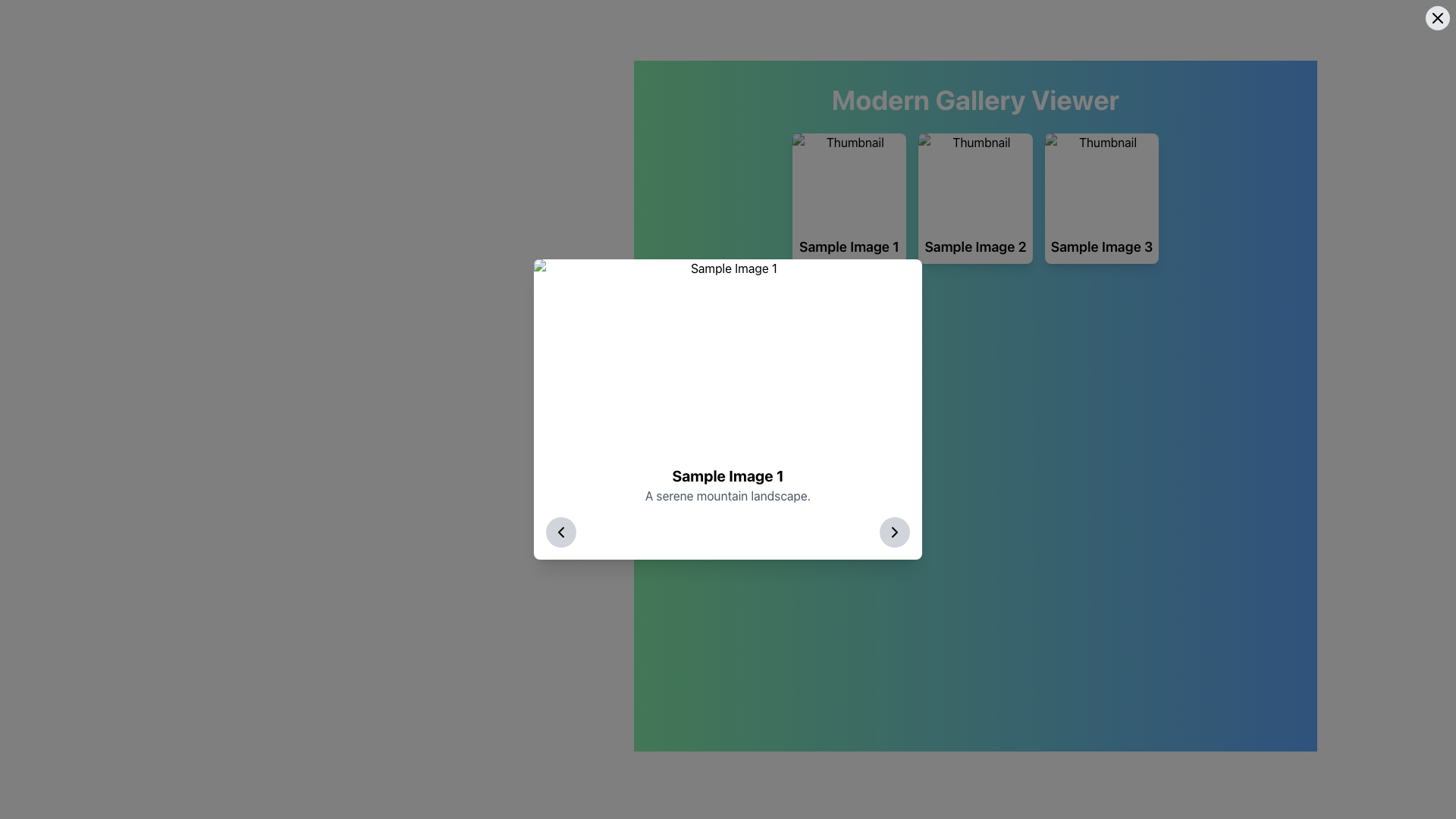 Image resolution: width=1456 pixels, height=819 pixels. What do you see at coordinates (975, 198) in the screenshot?
I see `the interactive card component` at bounding box center [975, 198].